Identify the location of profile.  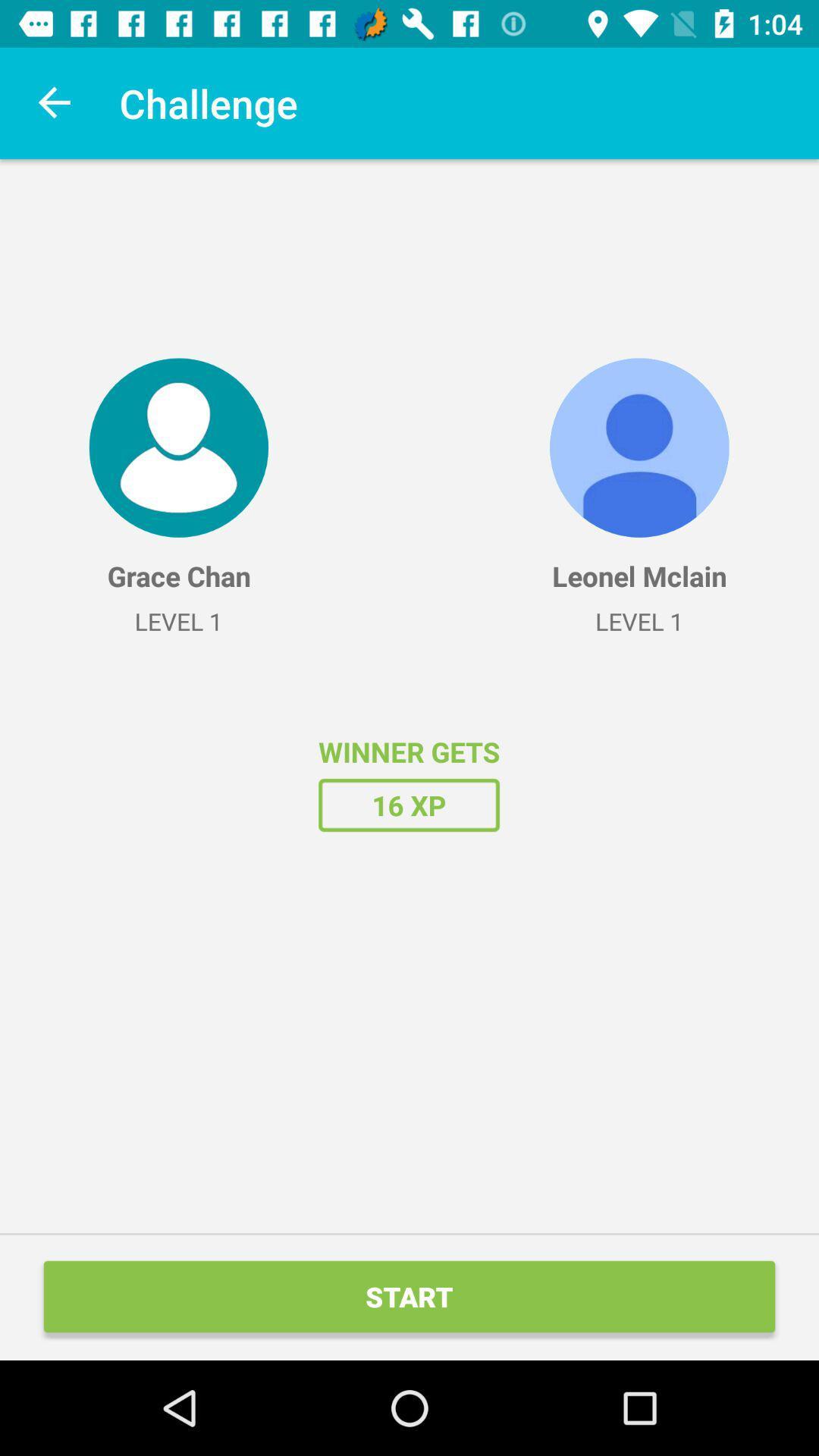
(177, 447).